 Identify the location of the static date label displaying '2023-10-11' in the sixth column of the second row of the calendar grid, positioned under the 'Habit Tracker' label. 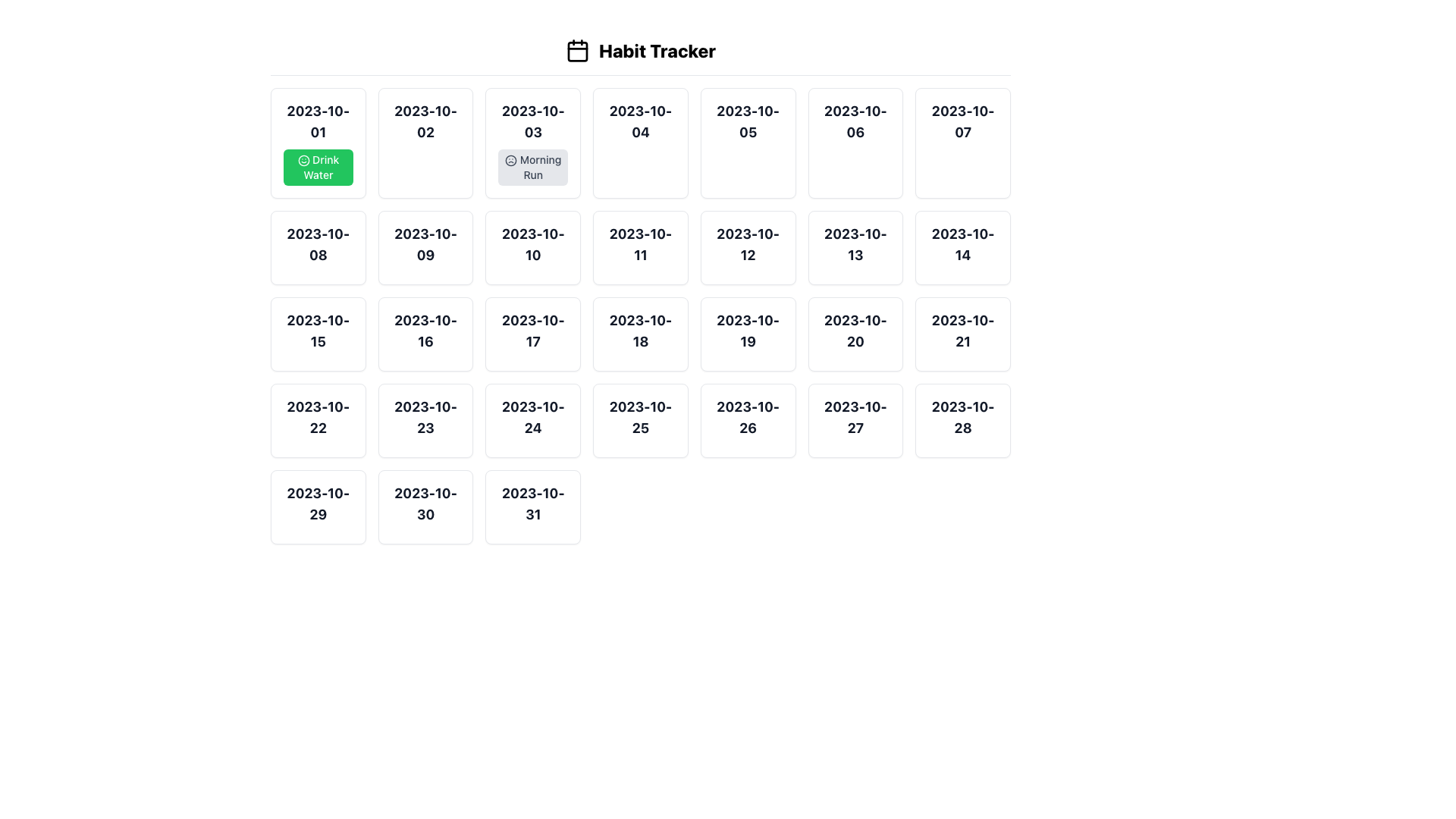
(640, 244).